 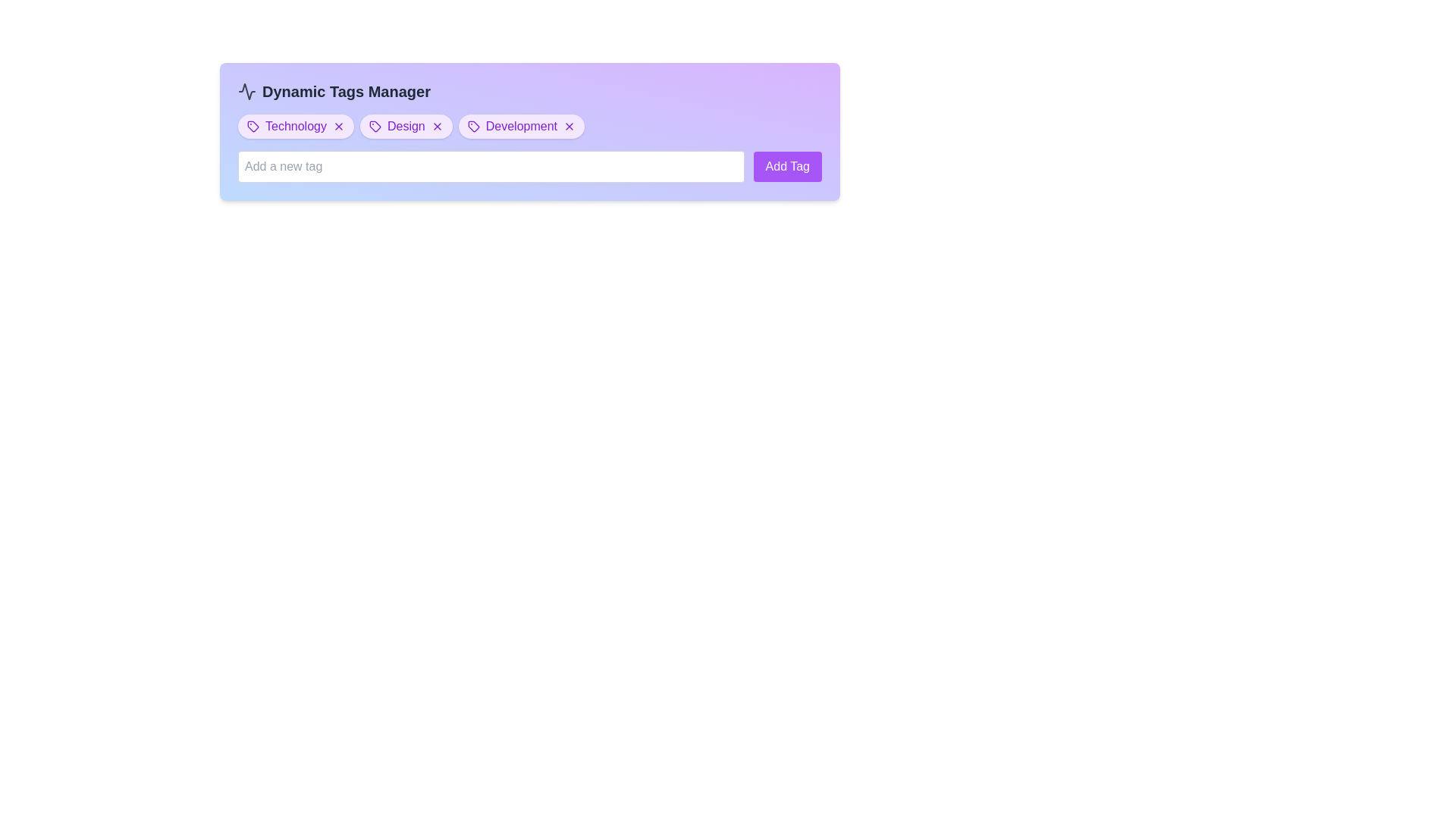 I want to click on the zigzag line icon resembling an electrocardiogram trace, which is located to the left of the 'Dynamic Tags Manager' header text, so click(x=247, y=91).